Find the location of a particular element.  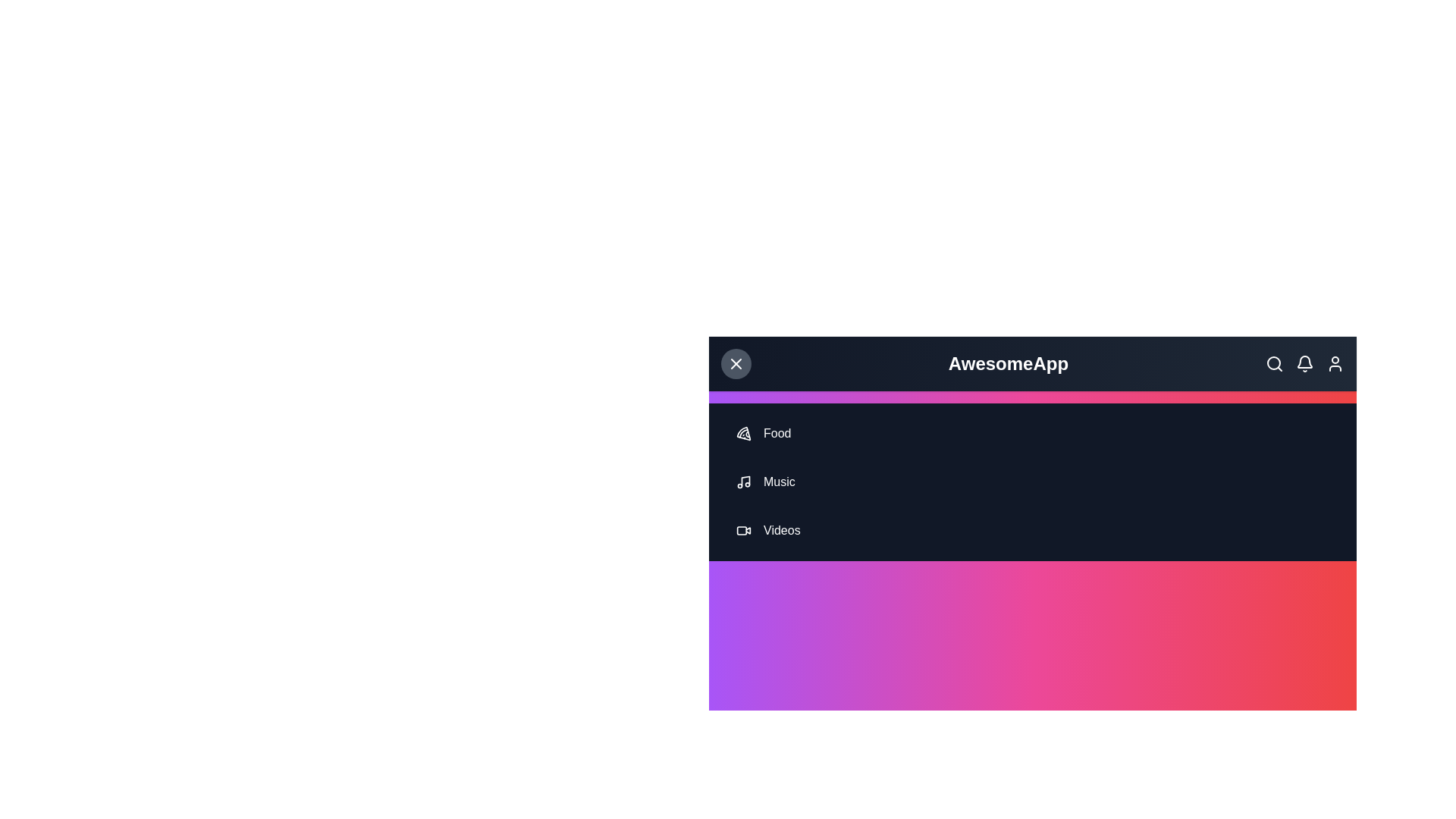

the notification icon (bell icon) in the app bar is located at coordinates (1304, 363).